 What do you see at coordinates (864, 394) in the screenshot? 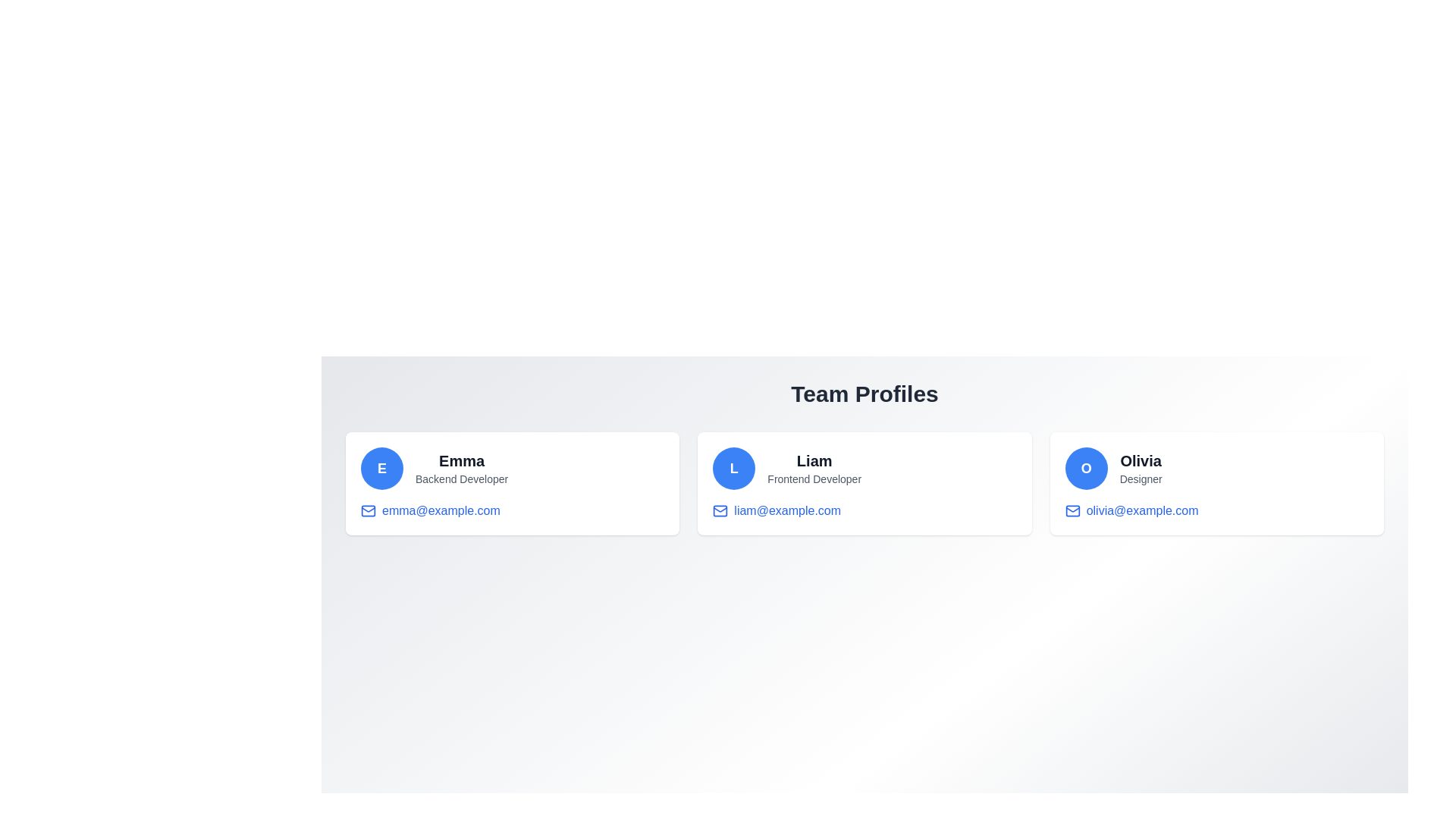
I see `the Text Header, which serves as the title for the team members' profiles` at bounding box center [864, 394].